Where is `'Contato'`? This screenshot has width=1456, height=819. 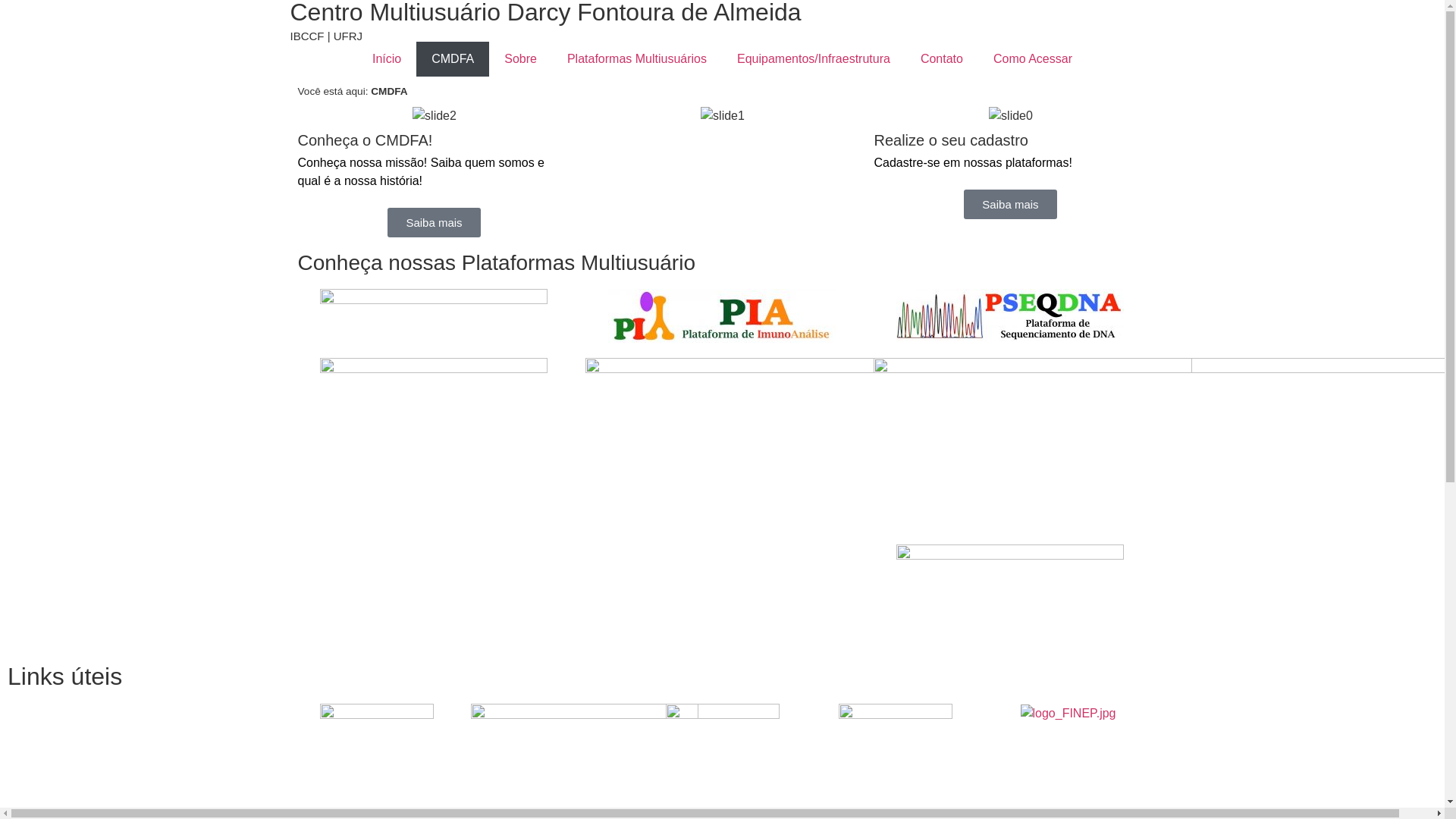 'Contato' is located at coordinates (941, 58).